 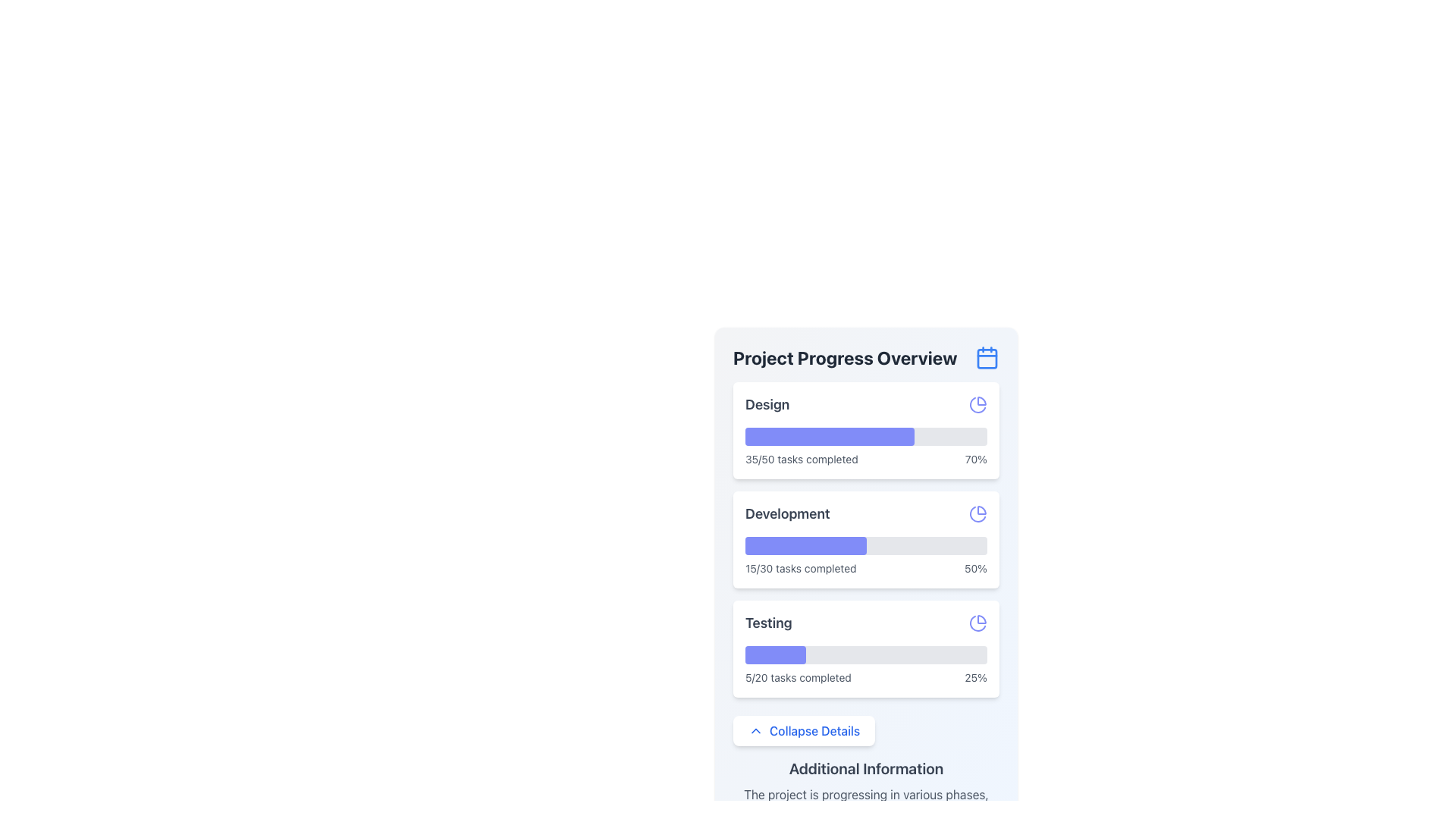 What do you see at coordinates (975, 568) in the screenshot?
I see `the Static Text displaying the percentage of tasks completed for the 'Development' section in the 'Project Progress Overview' card` at bounding box center [975, 568].